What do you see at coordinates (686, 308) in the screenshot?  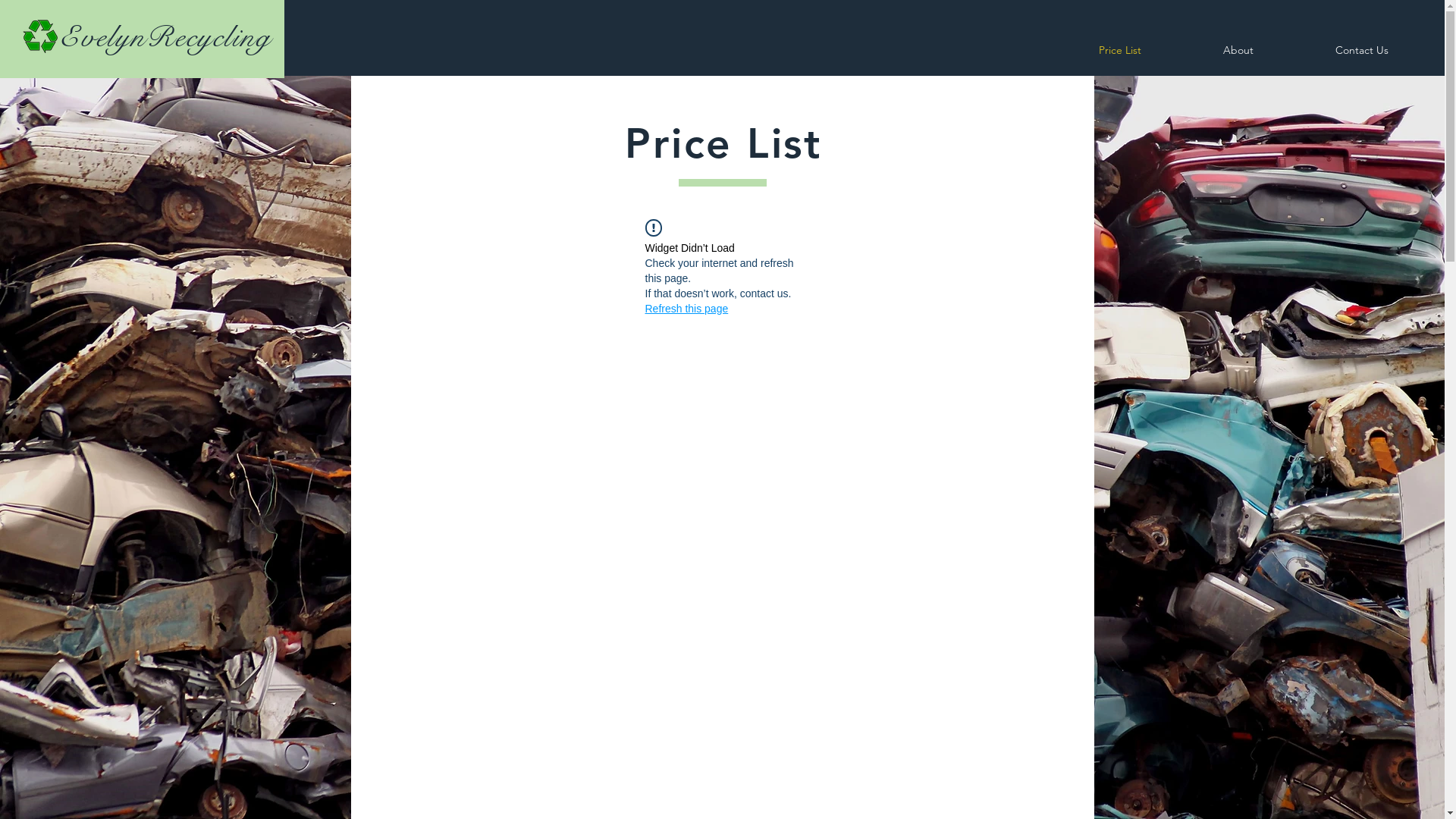 I see `'Refresh this page'` at bounding box center [686, 308].